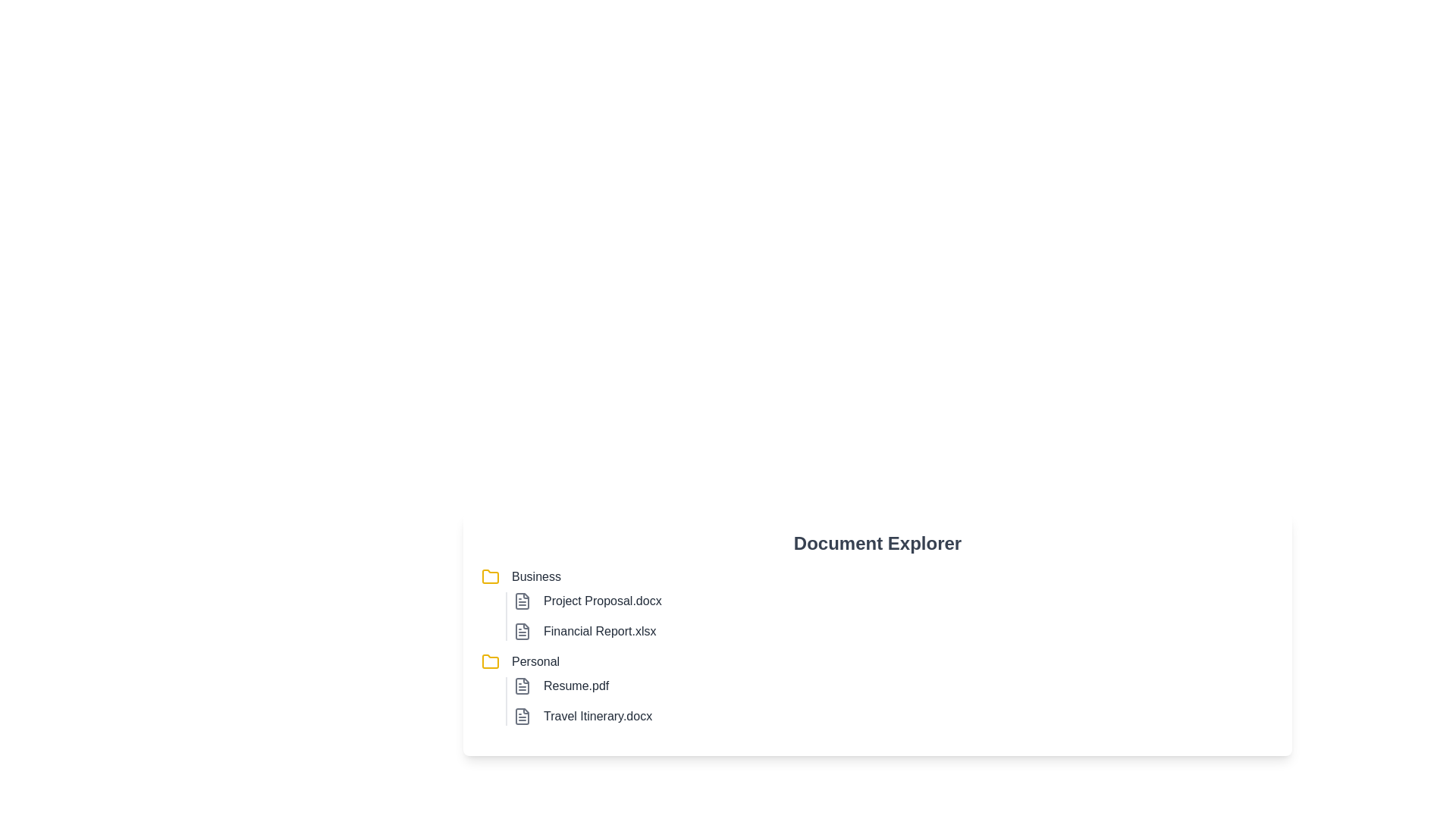 The width and height of the screenshot is (1456, 819). Describe the element at coordinates (599, 632) in the screenshot. I see `the text label representing the file titled 'Financial Report.xlsx' located` at that location.